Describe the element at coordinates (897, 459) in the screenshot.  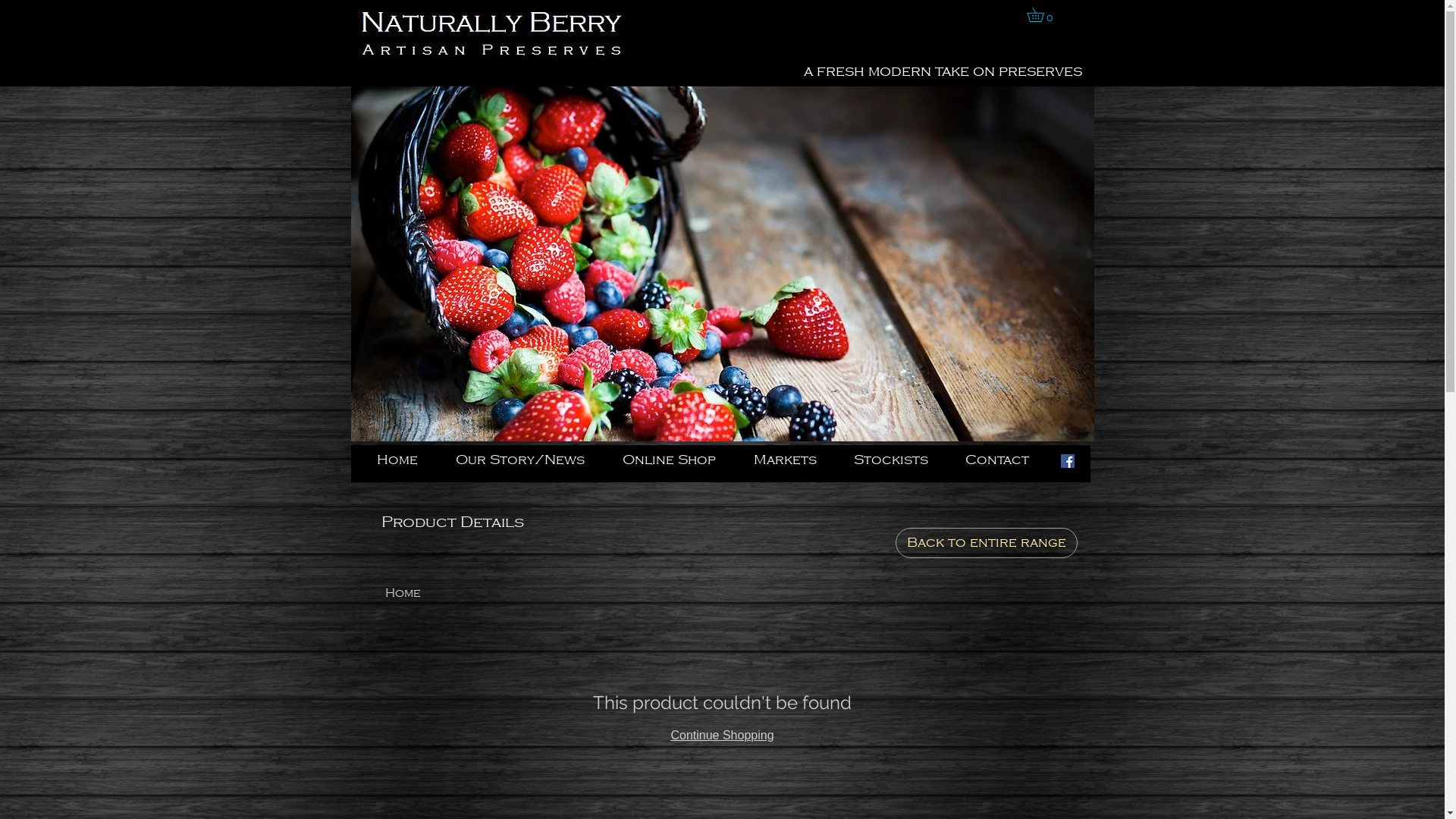
I see `'Stockists'` at that location.